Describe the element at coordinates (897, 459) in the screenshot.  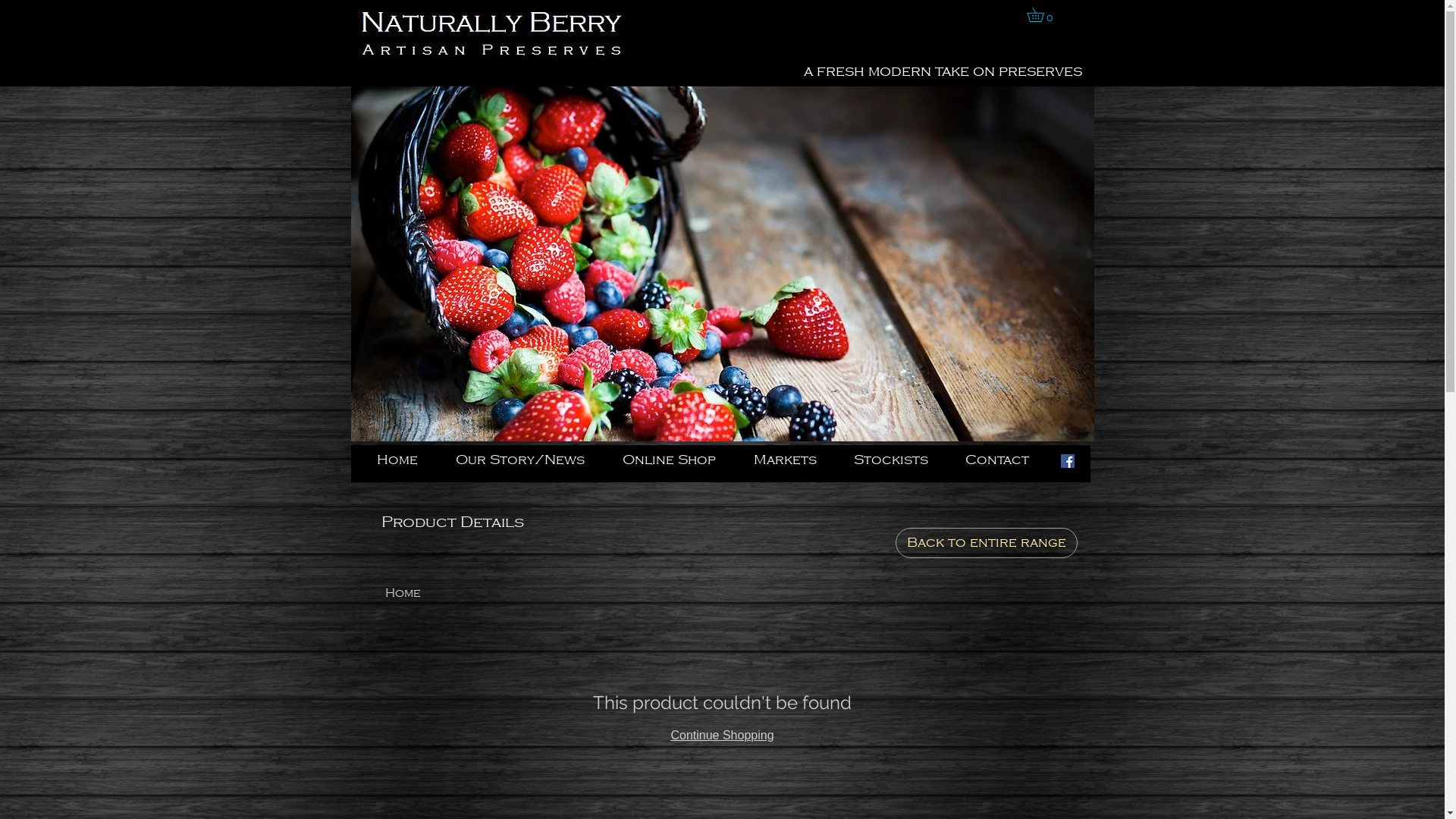
I see `'Stockists'` at that location.